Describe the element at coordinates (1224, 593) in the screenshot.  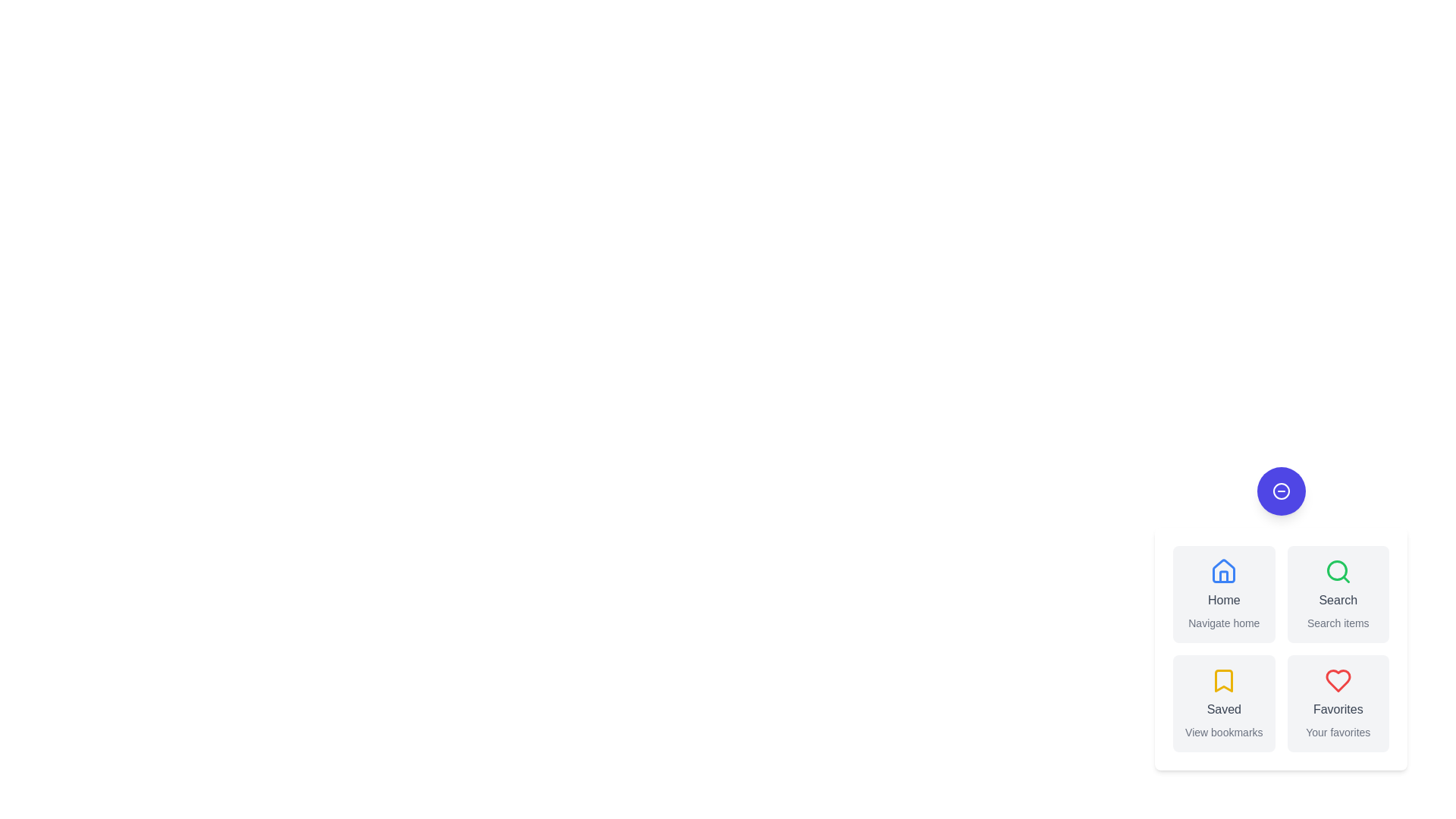
I see `the 'Home' button to navigate home` at that location.